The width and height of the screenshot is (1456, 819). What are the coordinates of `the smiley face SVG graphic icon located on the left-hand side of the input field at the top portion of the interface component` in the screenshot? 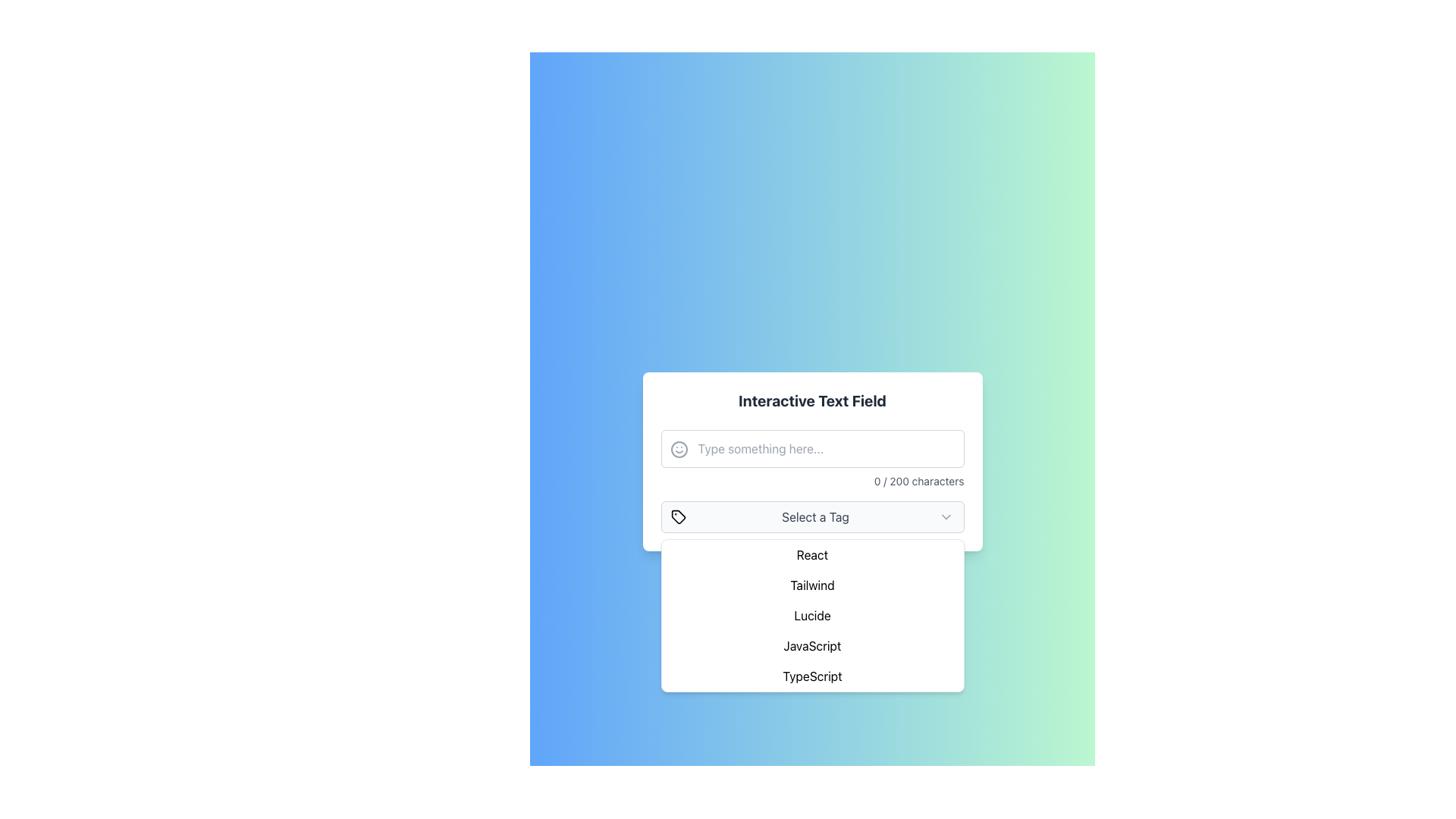 It's located at (678, 449).